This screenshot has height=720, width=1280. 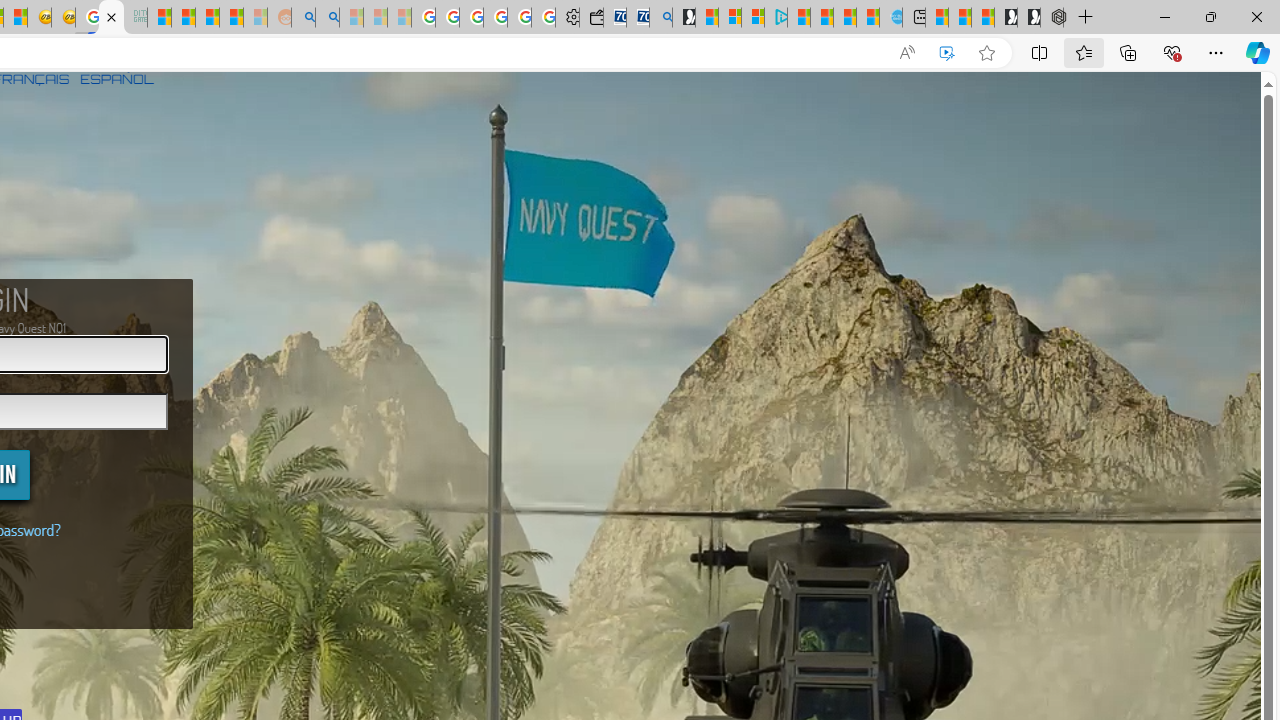 I want to click on 'Wallet', so click(x=590, y=17).